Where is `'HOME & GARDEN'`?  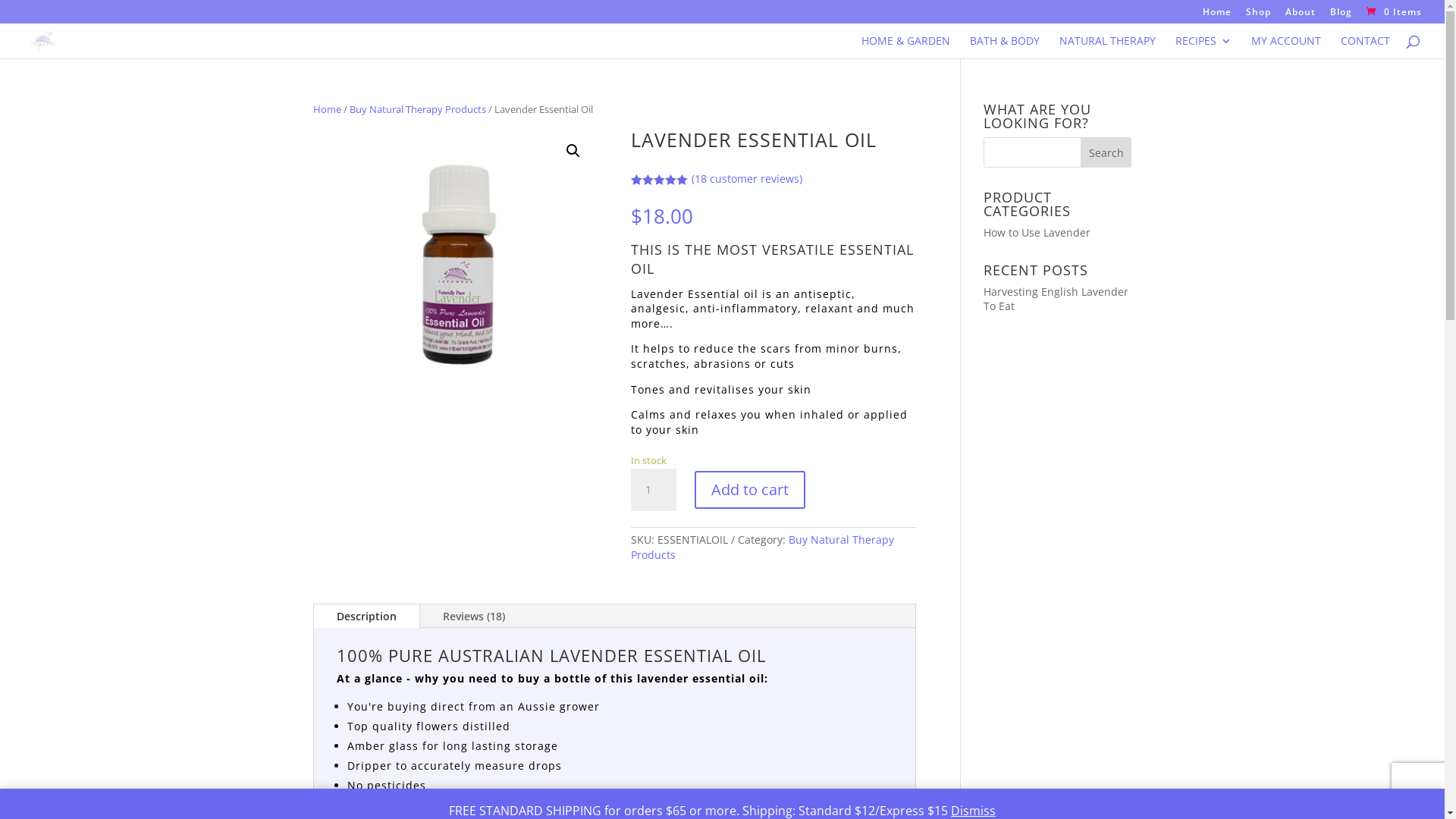 'HOME & GARDEN' is located at coordinates (905, 45).